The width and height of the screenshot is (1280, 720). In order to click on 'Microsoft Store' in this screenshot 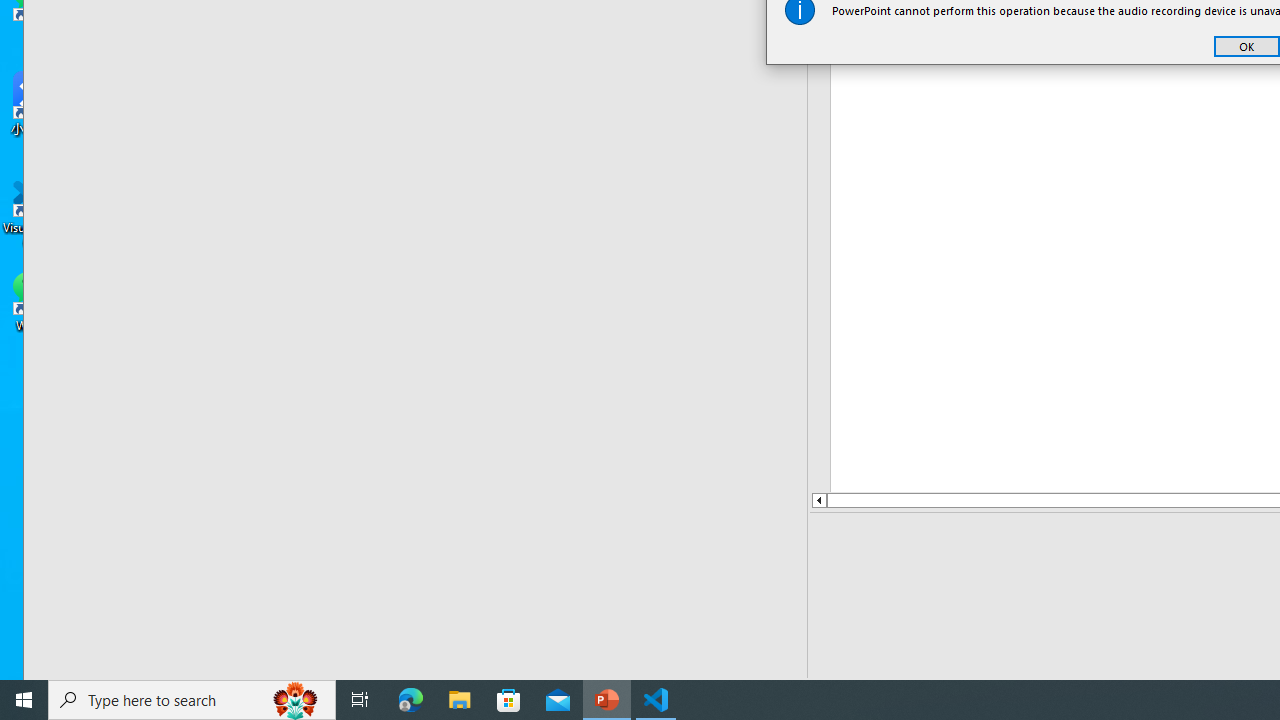, I will do `click(509, 698)`.